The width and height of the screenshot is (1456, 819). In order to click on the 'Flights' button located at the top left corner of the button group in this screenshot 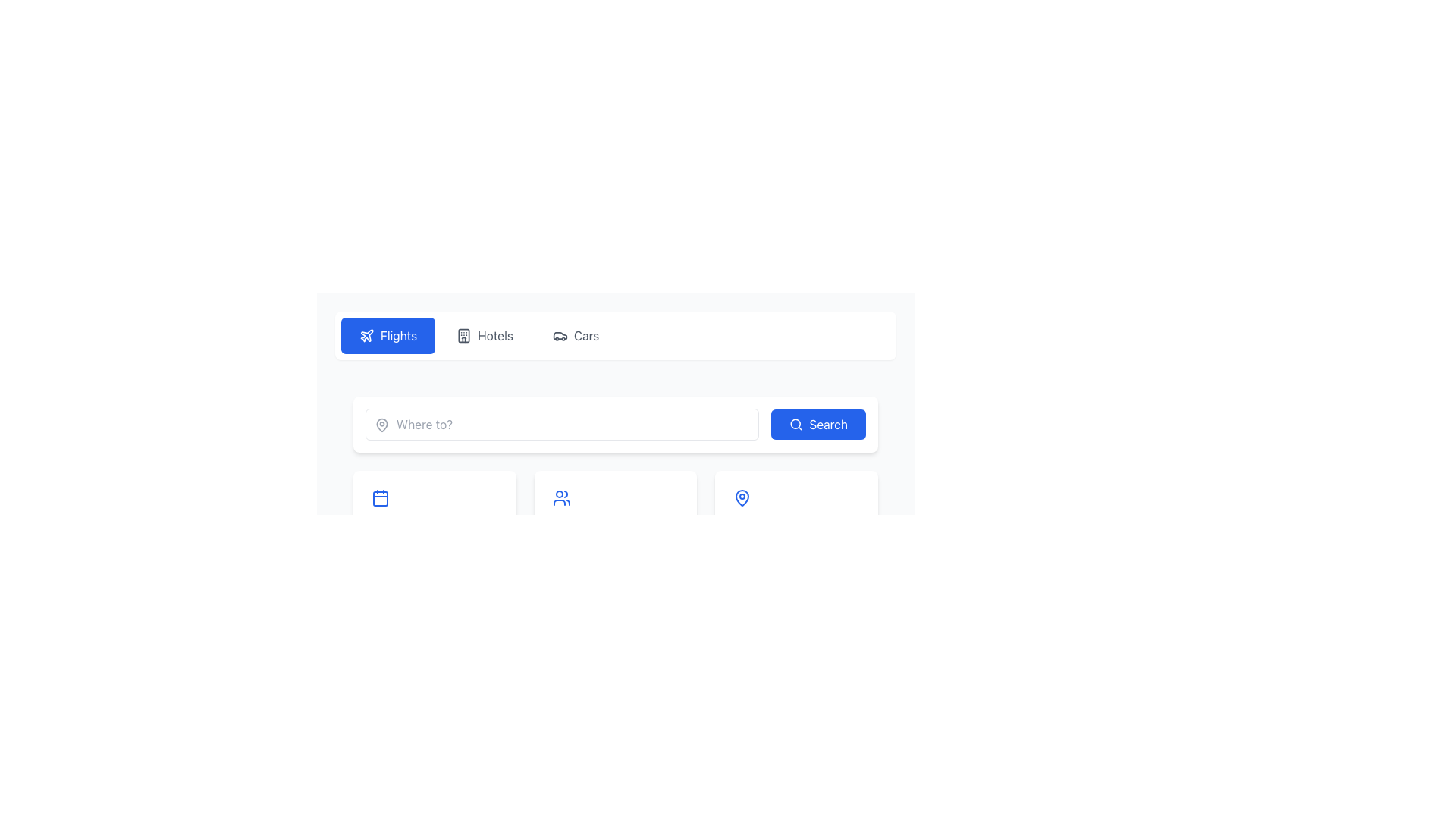, I will do `click(388, 335)`.